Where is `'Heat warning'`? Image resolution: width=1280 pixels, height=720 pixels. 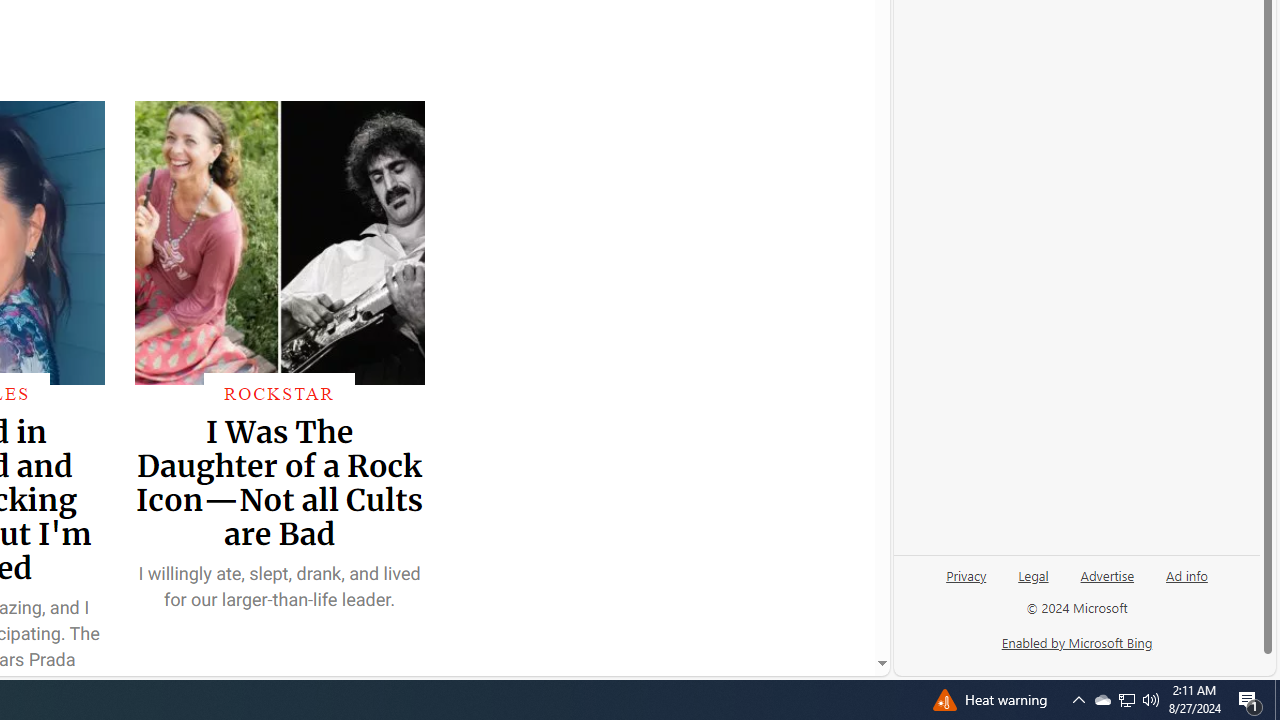
'Heat warning' is located at coordinates (989, 698).